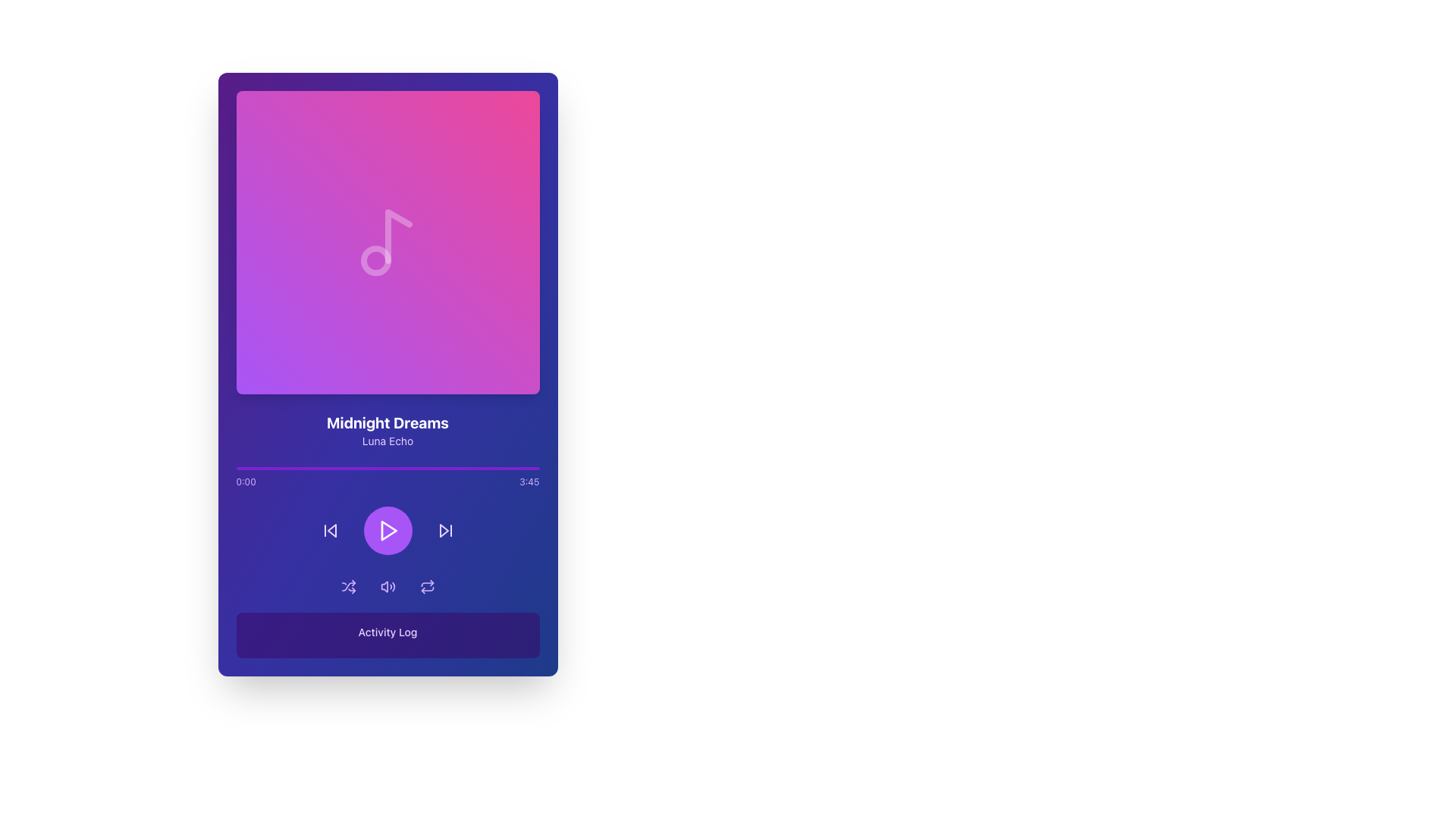  What do you see at coordinates (329, 529) in the screenshot?
I see `the skip-backward button, which is an icon represented as an arrow pointing left with a vertical line, located in the control bar of the music player to go to the previous track` at bounding box center [329, 529].